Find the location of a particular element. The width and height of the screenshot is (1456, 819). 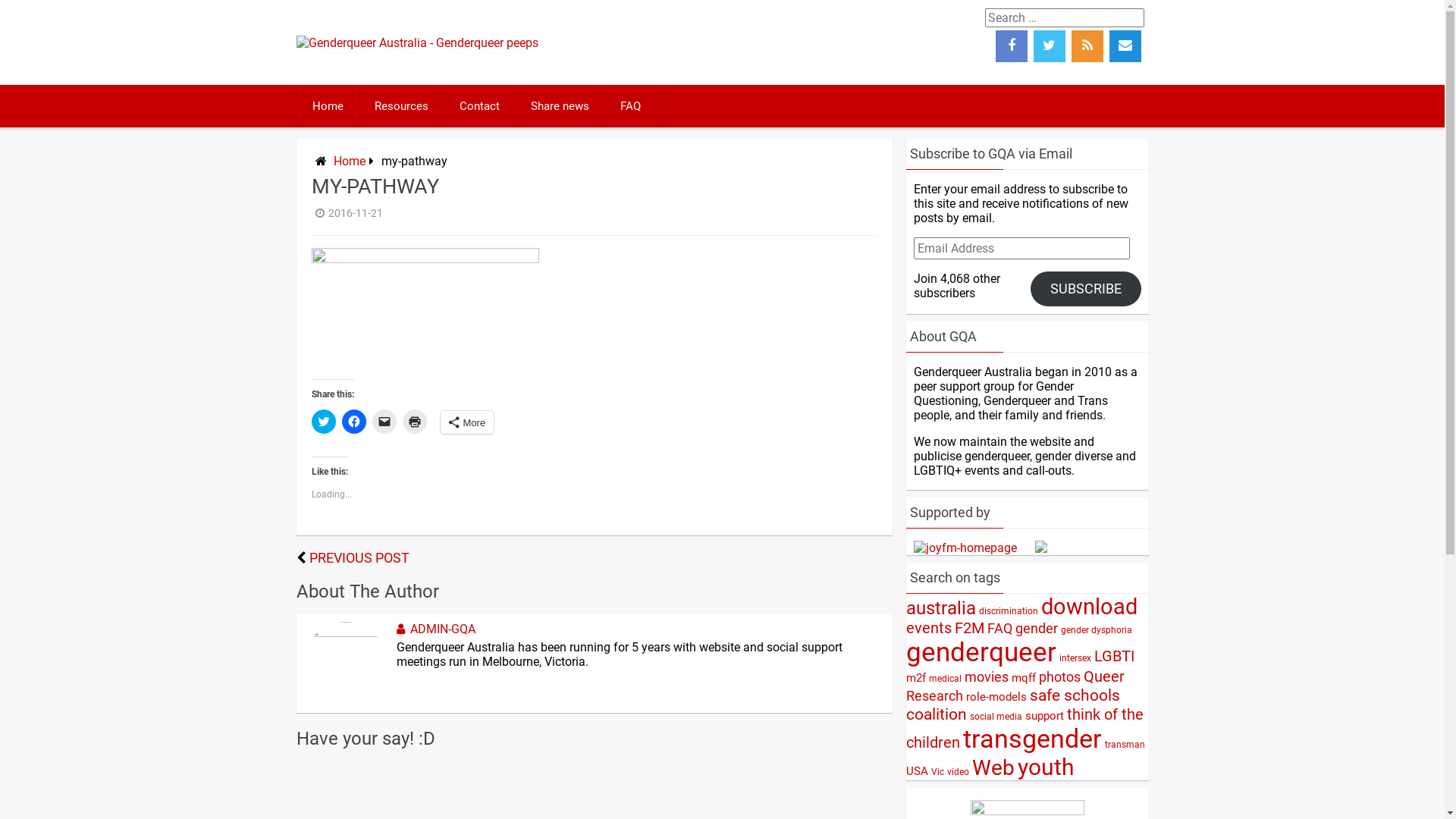

'think of the children' is located at coordinates (1024, 727).